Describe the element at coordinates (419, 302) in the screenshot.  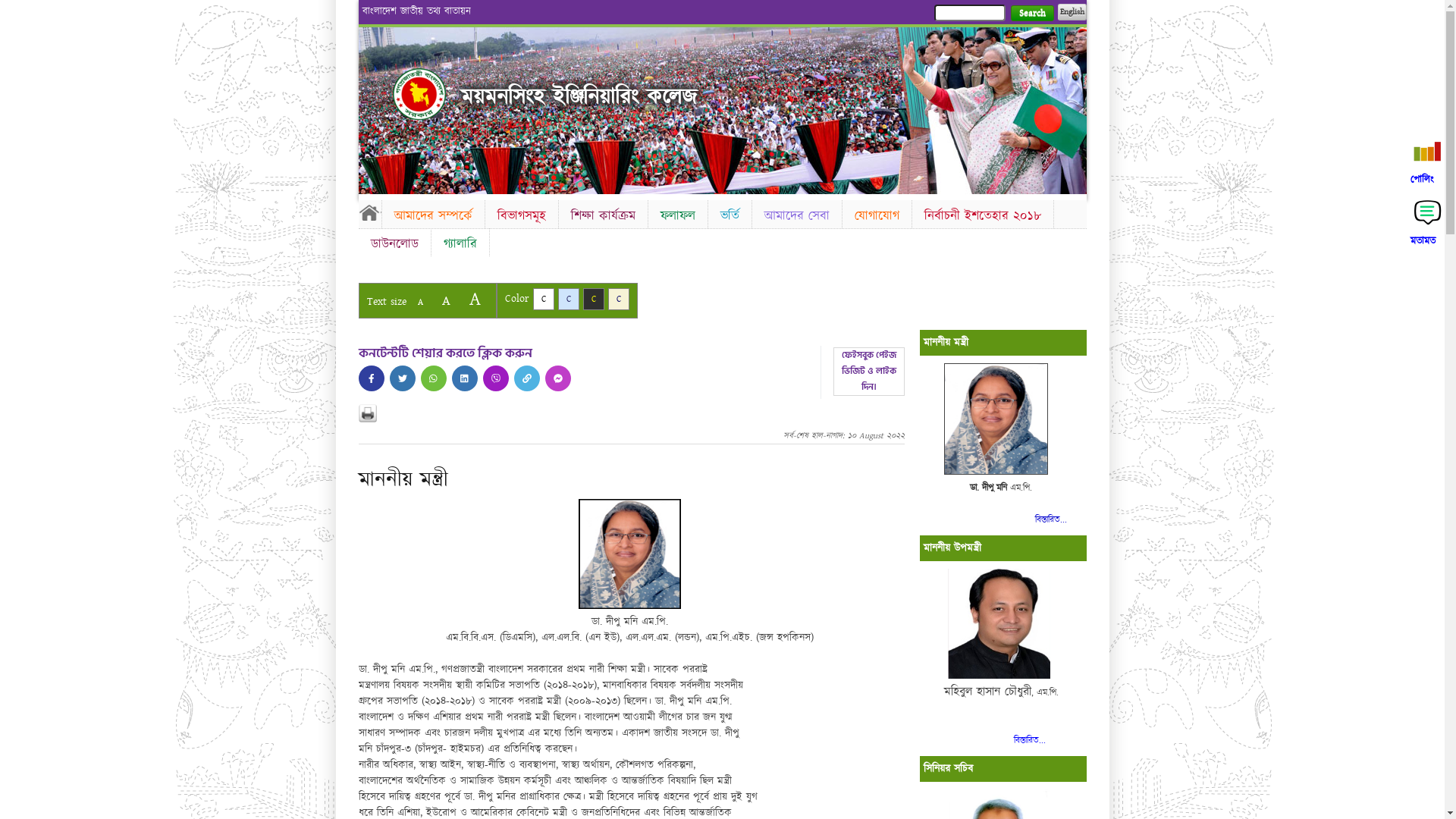
I see `'A'` at that location.